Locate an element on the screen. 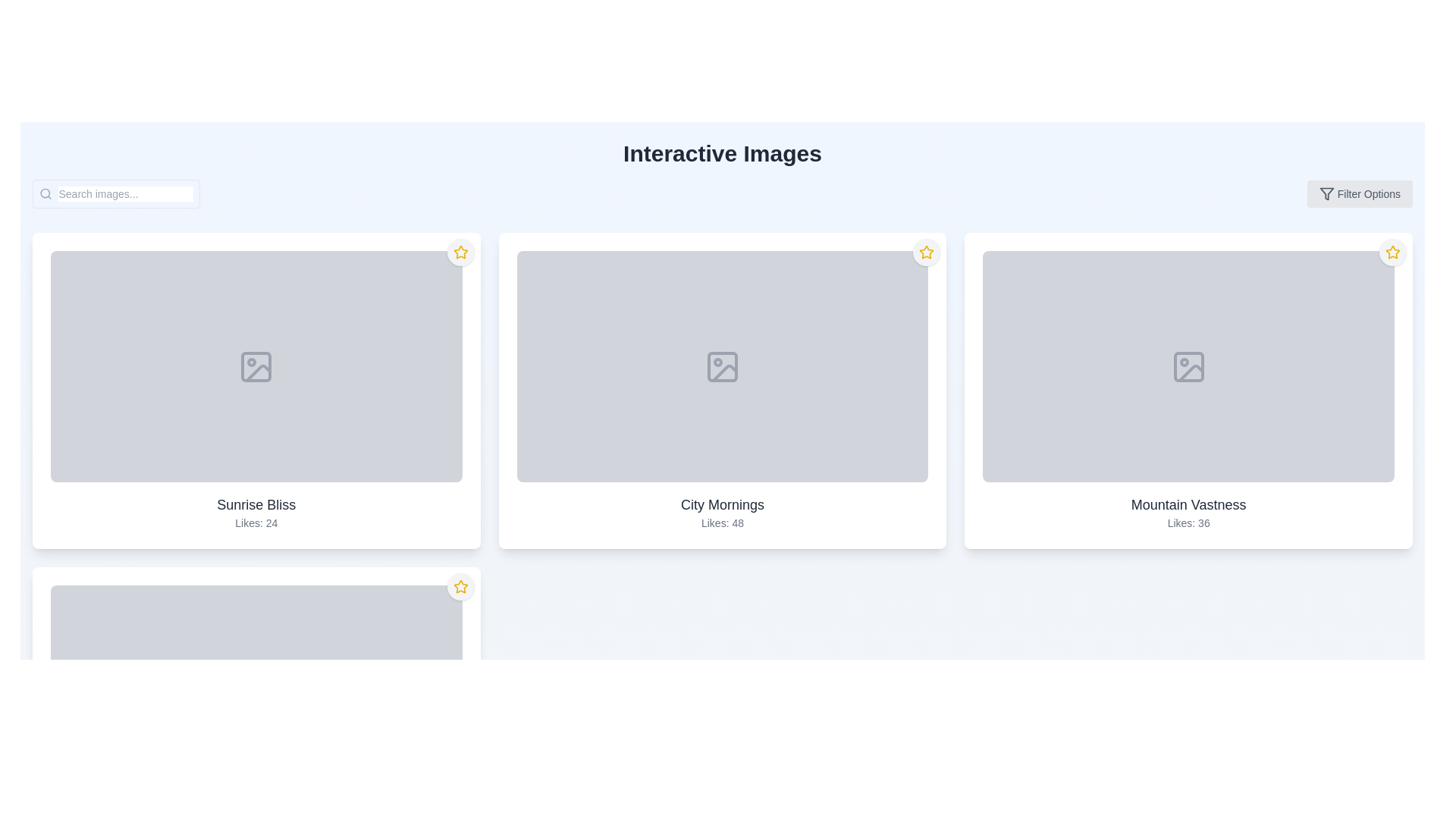  the triangular funnel icon associated with 'Filter Options' in the top-right section of the interface is located at coordinates (1326, 193).